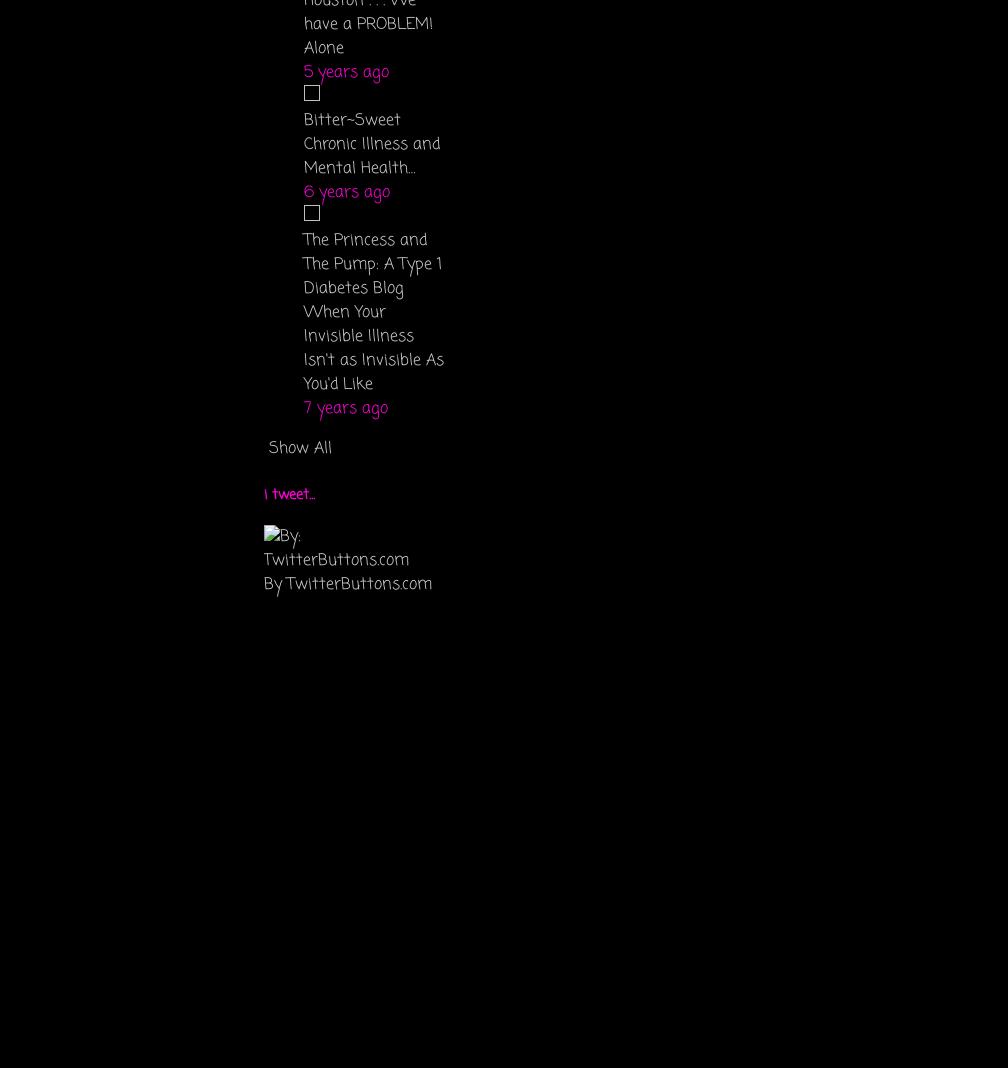 The width and height of the screenshot is (1008, 1068). Describe the element at coordinates (346, 192) in the screenshot. I see `'6 years ago'` at that location.